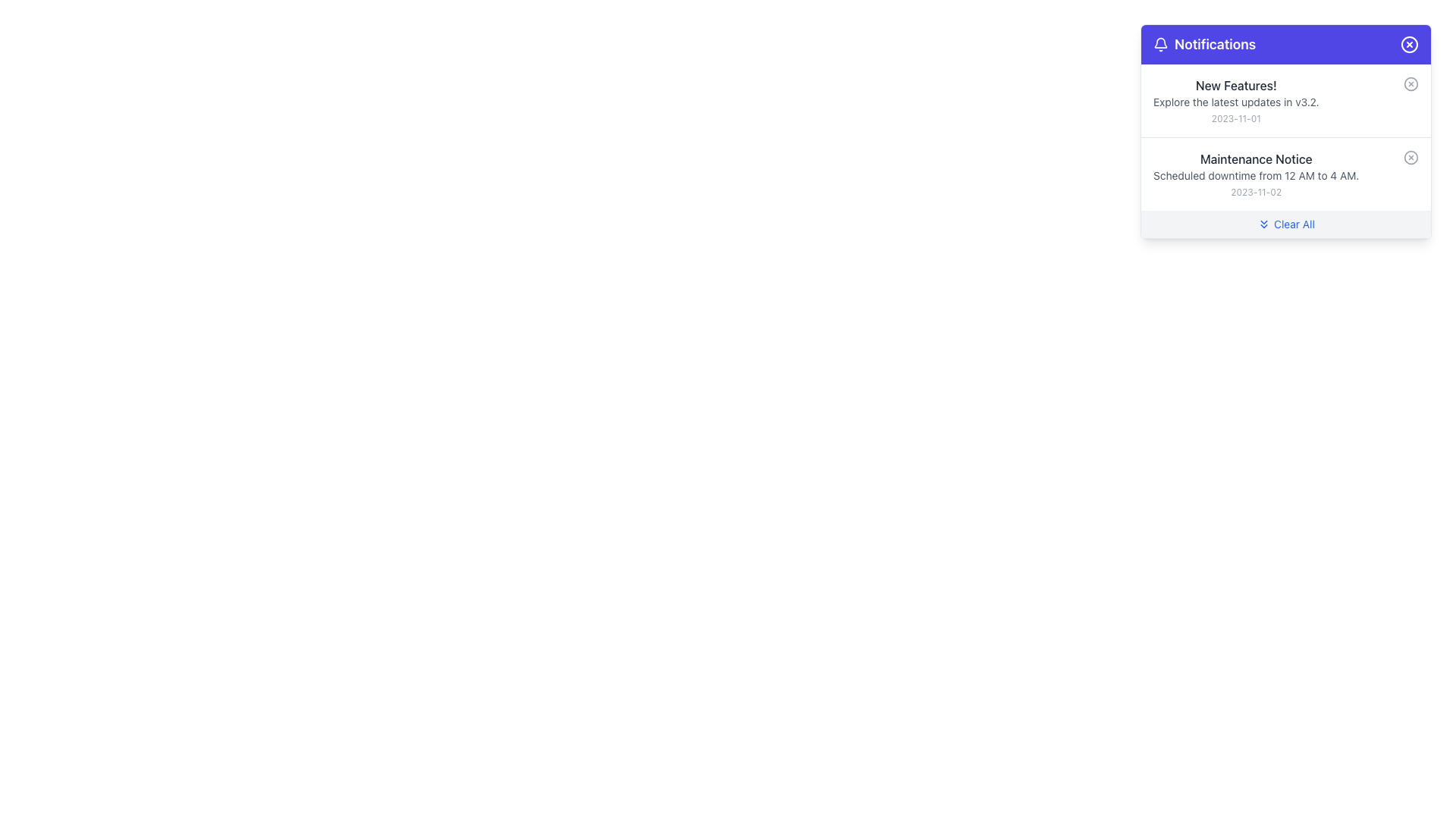 This screenshot has height=819, width=1456. Describe the element at coordinates (1285, 224) in the screenshot. I see `the 'Clear All' button located at the bottom section of the notification card to clear notifications` at that location.